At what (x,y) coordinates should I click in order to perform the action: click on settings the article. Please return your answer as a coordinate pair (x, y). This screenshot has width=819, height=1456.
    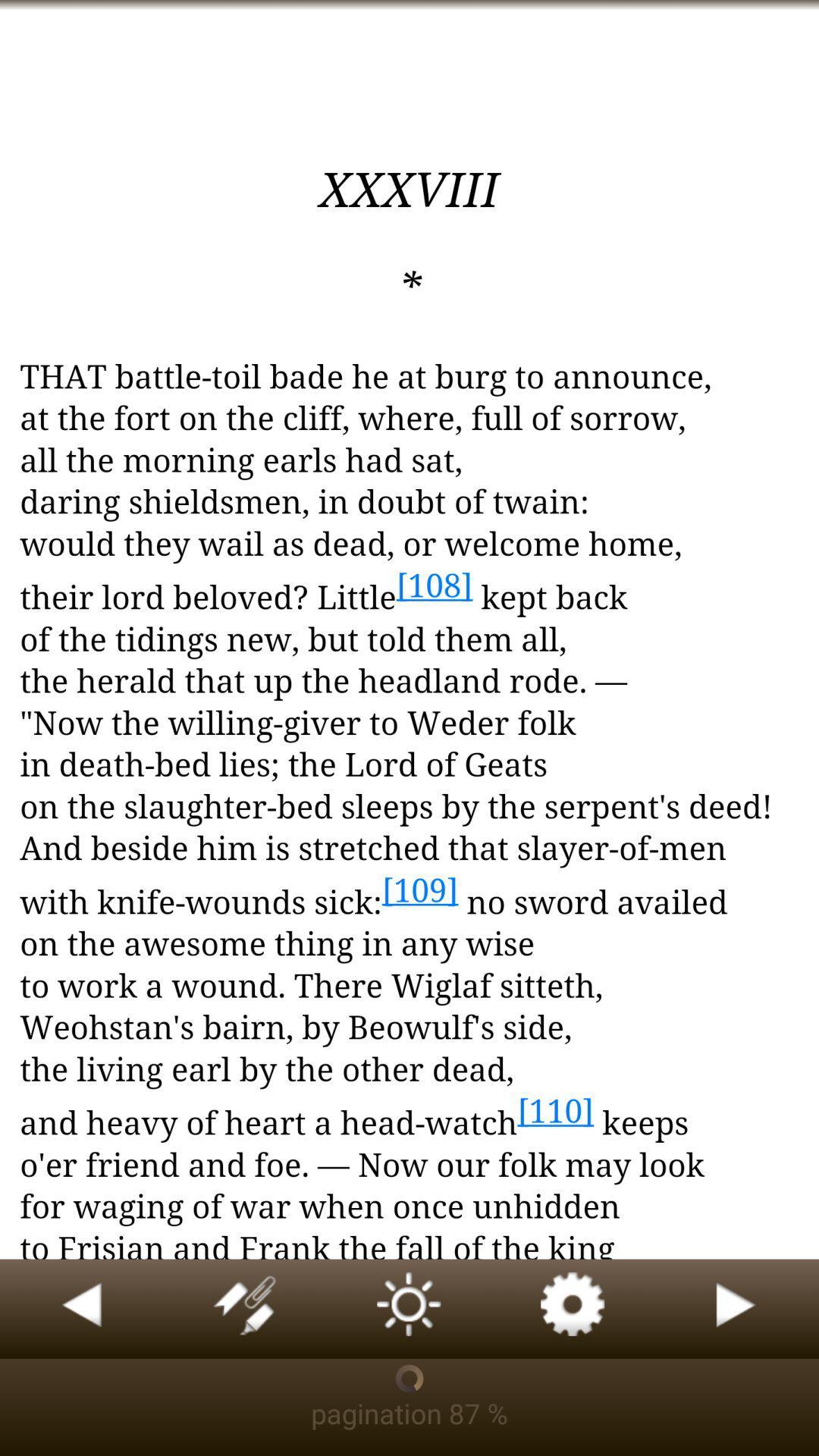
    Looking at the image, I should click on (573, 1308).